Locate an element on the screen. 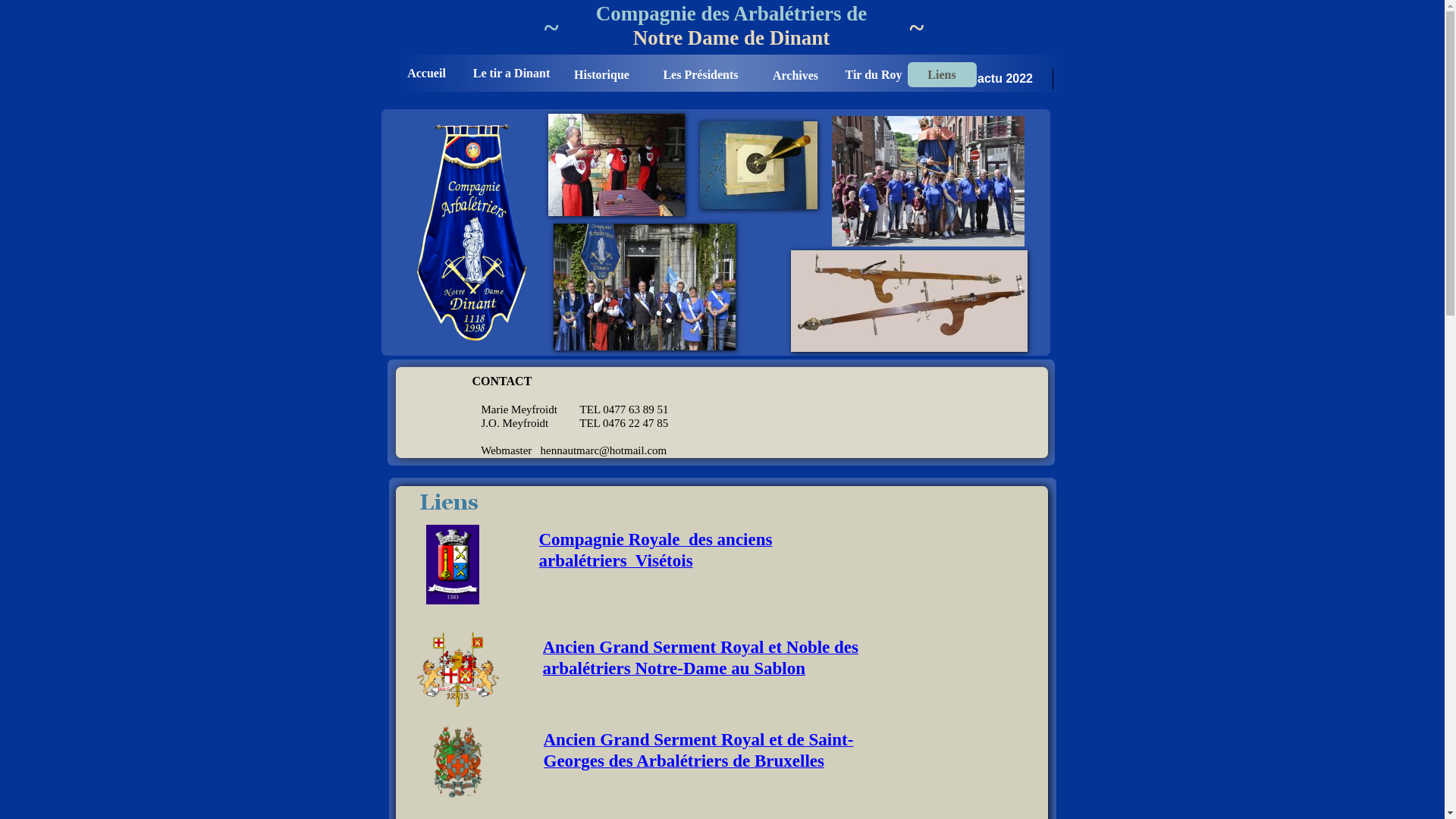  'Le tir a Dinant' is located at coordinates (510, 73).